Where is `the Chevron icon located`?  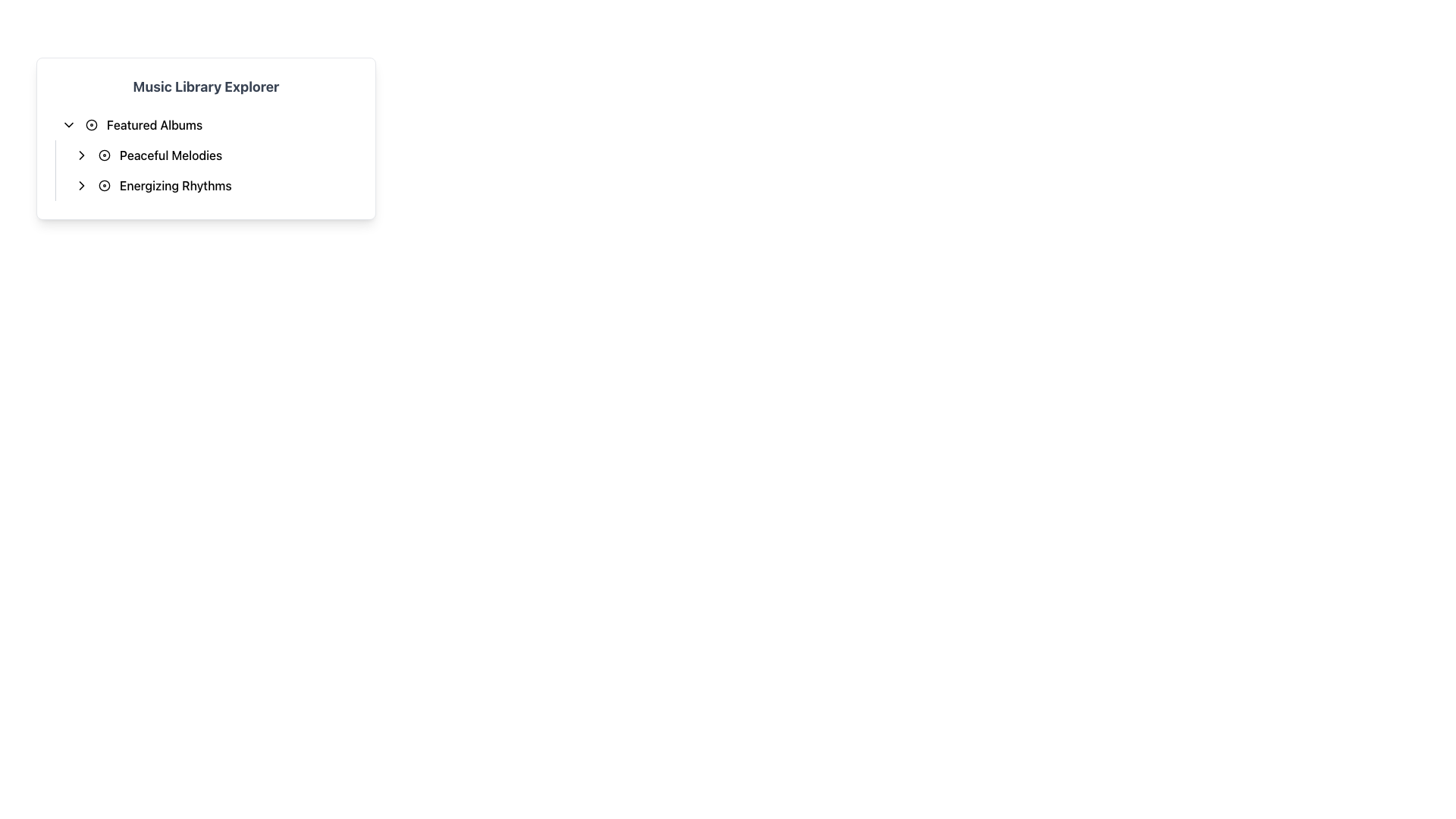 the Chevron icon located is located at coordinates (81, 185).